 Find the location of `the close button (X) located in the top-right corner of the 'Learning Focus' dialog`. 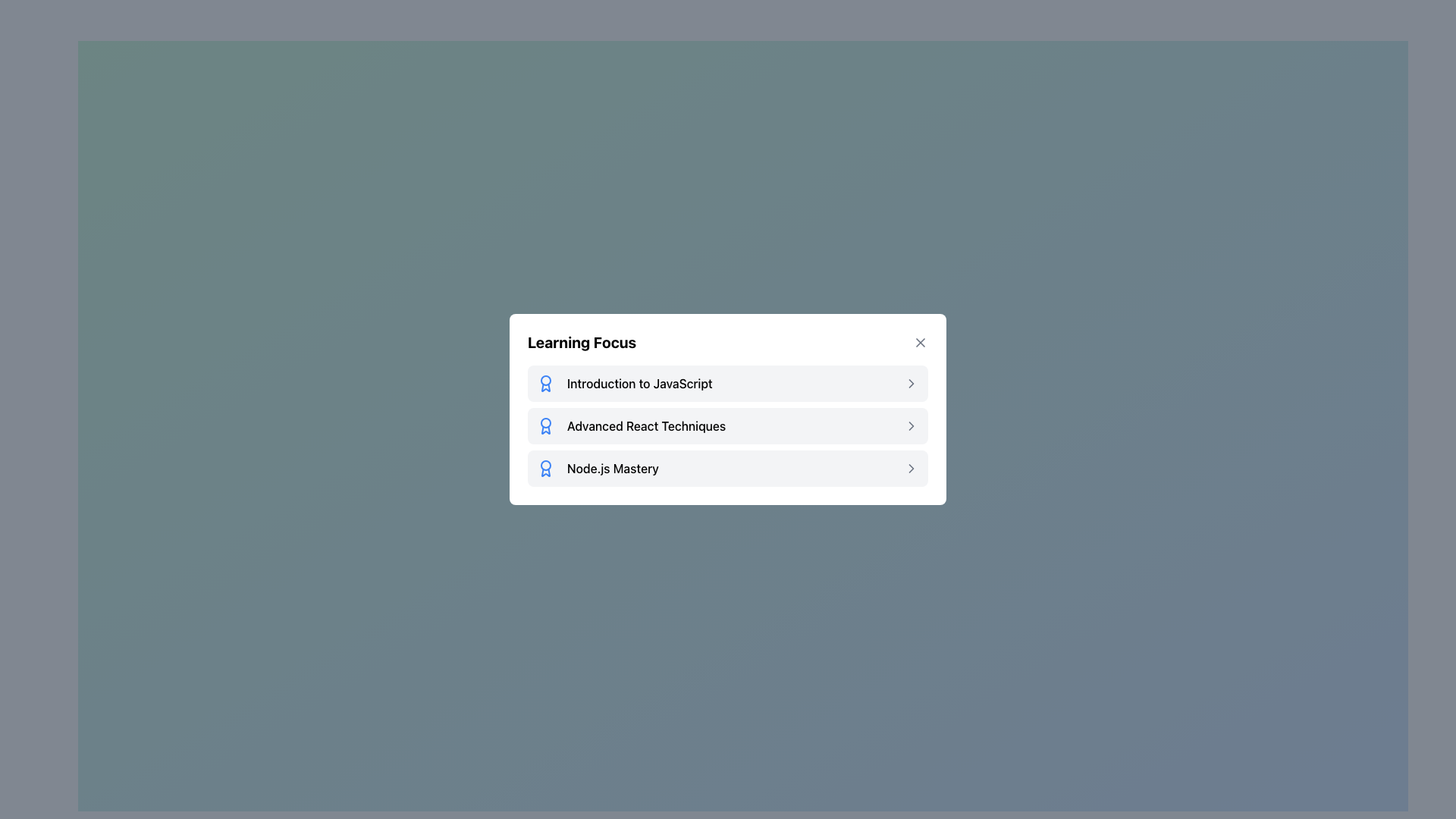

the close button (X) located in the top-right corner of the 'Learning Focus' dialog is located at coordinates (920, 342).